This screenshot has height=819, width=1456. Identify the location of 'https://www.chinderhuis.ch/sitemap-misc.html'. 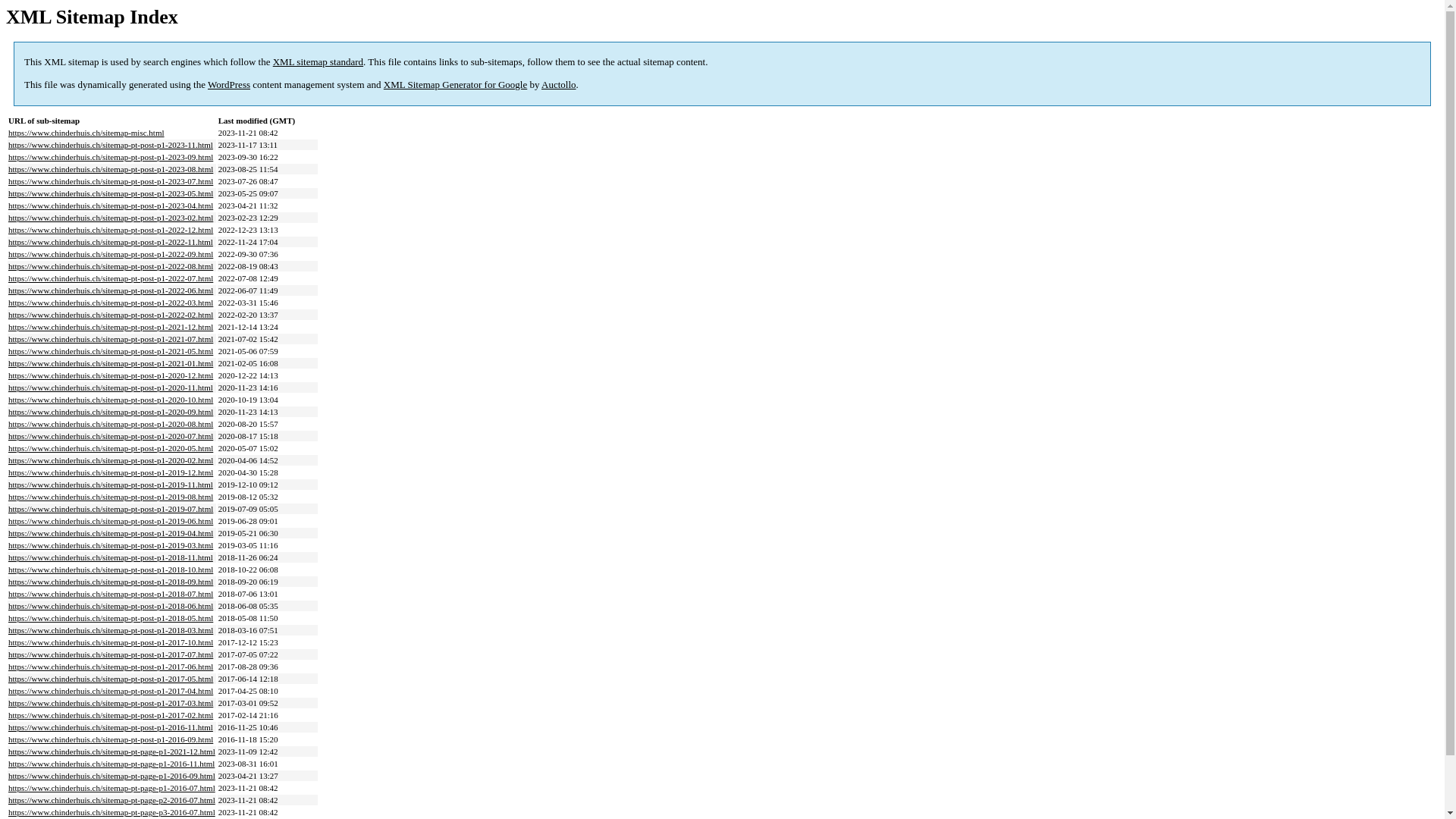
(8, 131).